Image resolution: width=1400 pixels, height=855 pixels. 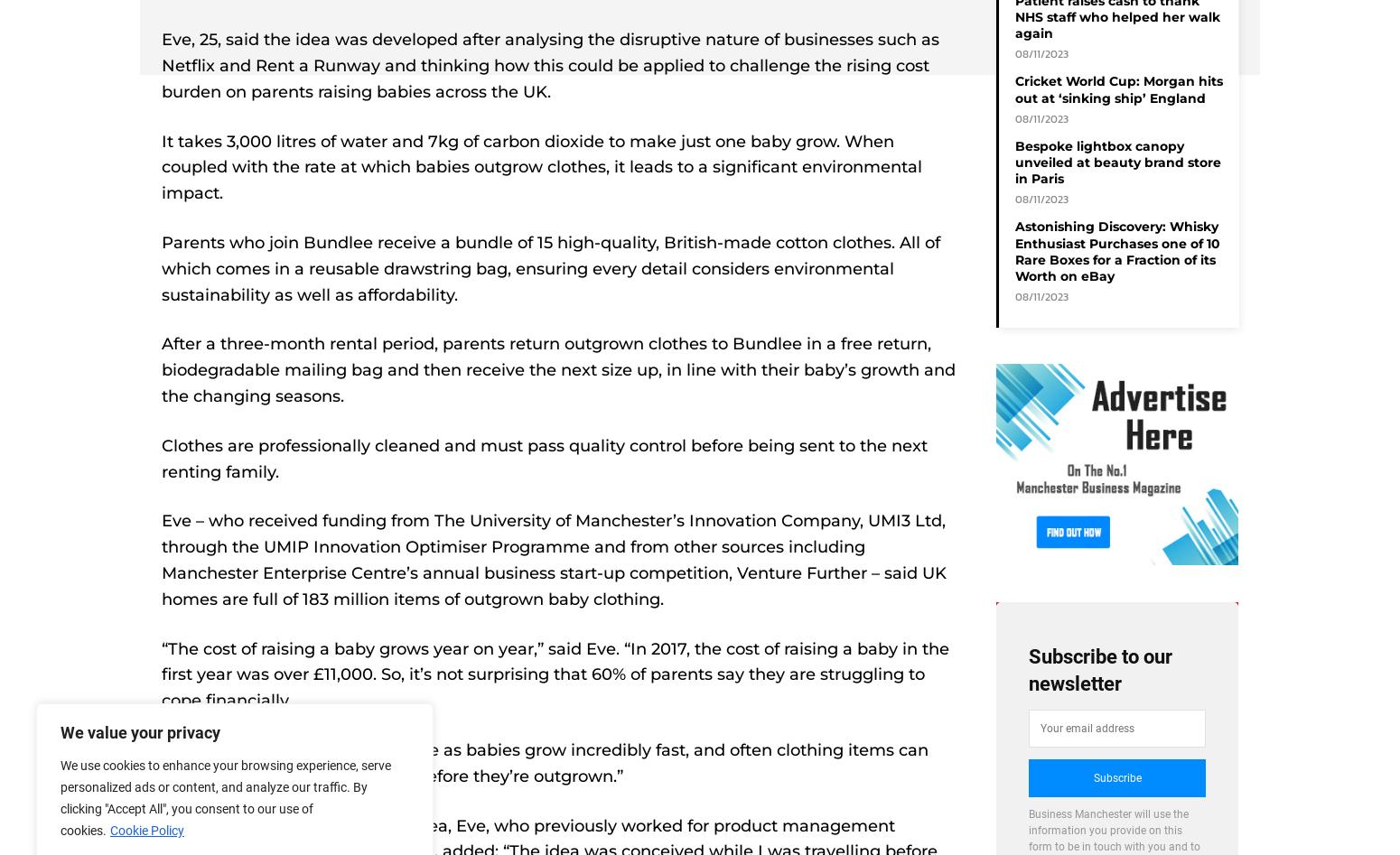 What do you see at coordinates (140, 732) in the screenshot?
I see `'We value your privacy'` at bounding box center [140, 732].